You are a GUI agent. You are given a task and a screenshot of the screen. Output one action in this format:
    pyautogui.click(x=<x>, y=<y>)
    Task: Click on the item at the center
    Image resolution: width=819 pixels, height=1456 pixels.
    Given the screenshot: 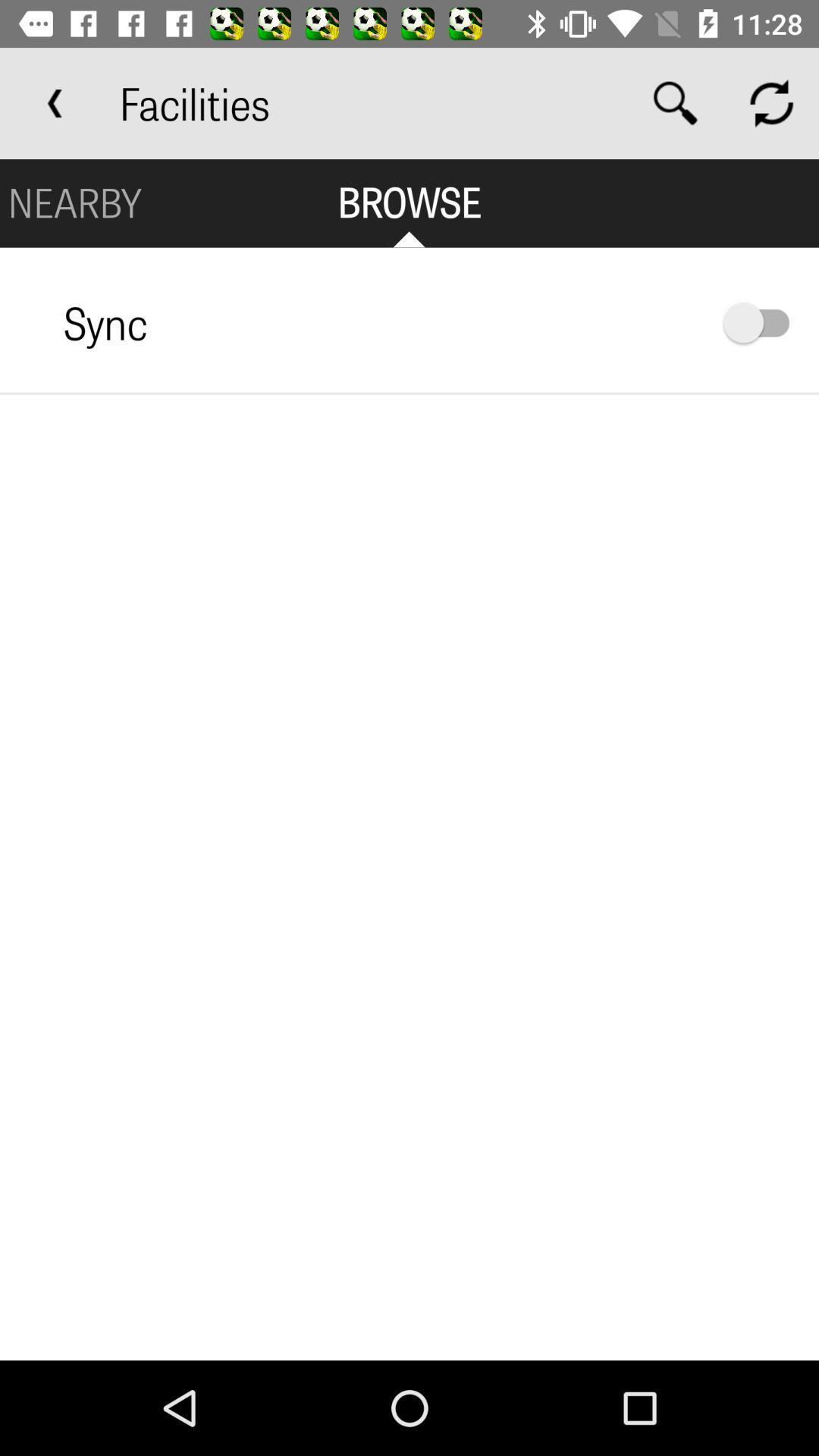 What is the action you would take?
    pyautogui.click(x=409, y=877)
    